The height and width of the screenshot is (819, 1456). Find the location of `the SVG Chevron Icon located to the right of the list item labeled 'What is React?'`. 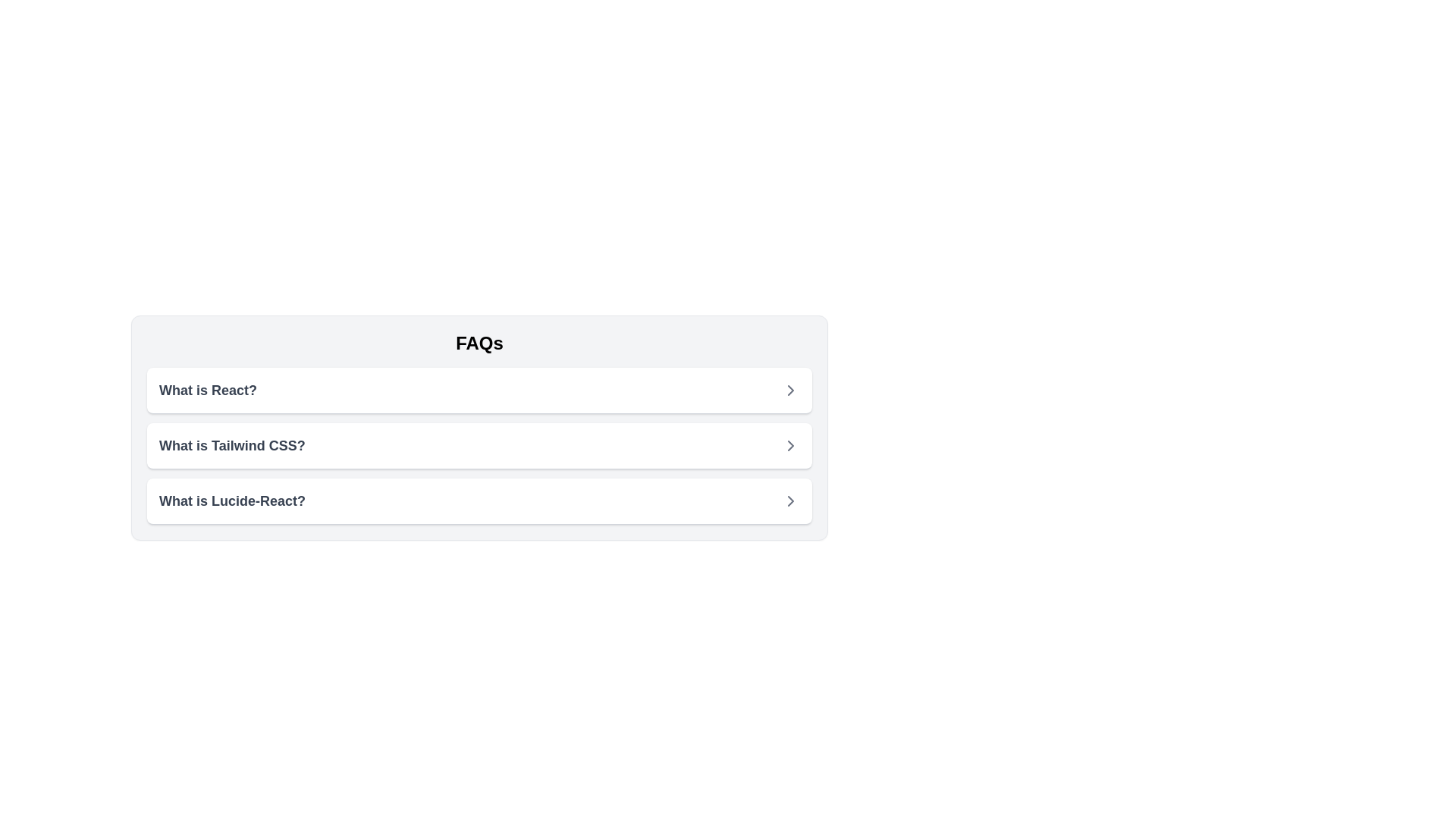

the SVG Chevron Icon located to the right of the list item labeled 'What is React?' is located at coordinates (789, 390).